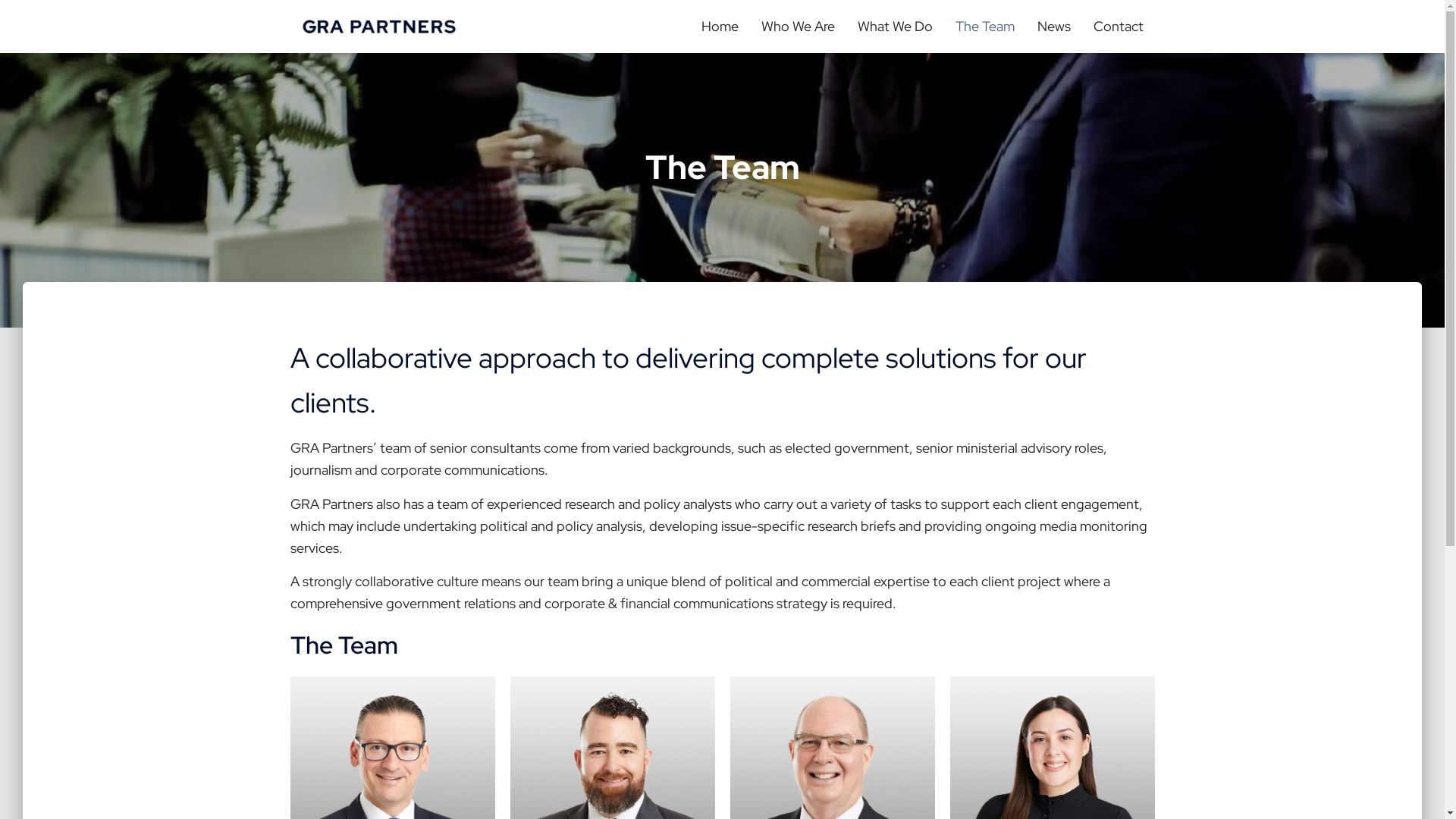 The width and height of the screenshot is (1456, 819). I want to click on 'GRA PARTNERS', so click(378, 26).